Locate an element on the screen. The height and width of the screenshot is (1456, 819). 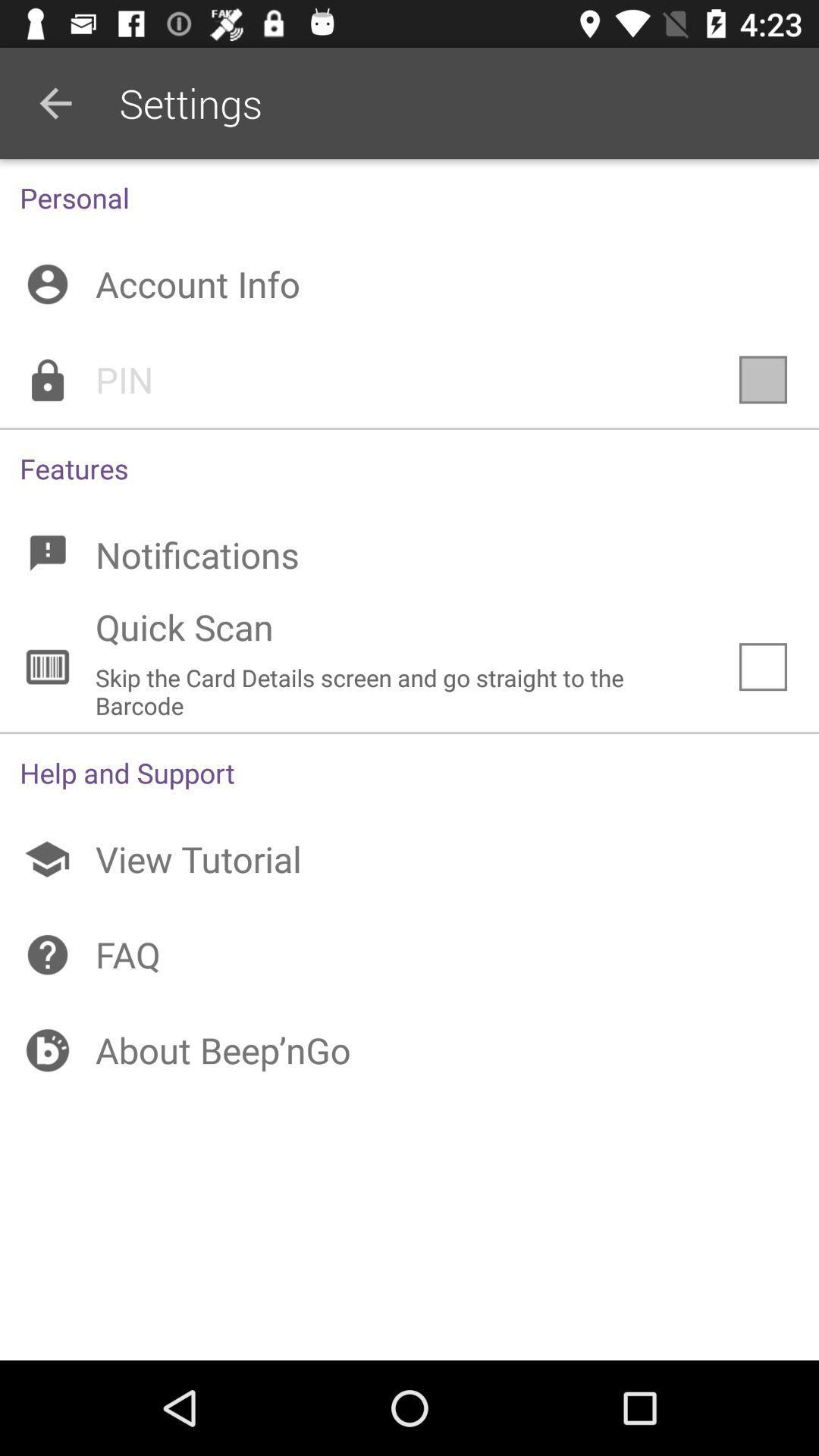
the view tutorial item is located at coordinates (409, 859).